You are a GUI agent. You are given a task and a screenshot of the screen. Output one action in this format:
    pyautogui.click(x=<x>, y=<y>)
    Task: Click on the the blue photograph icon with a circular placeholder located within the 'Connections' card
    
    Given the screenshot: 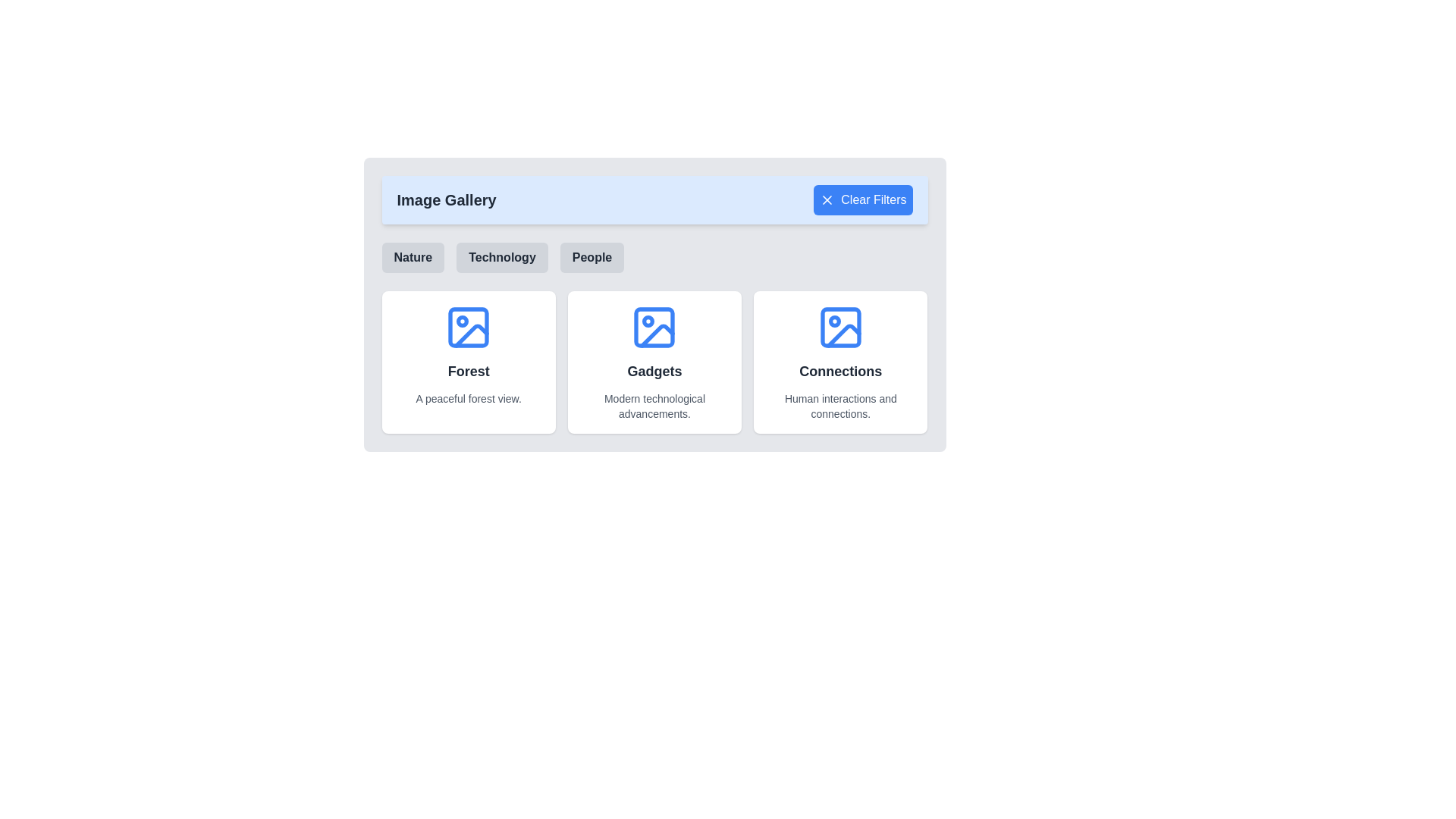 What is the action you would take?
    pyautogui.click(x=839, y=327)
    